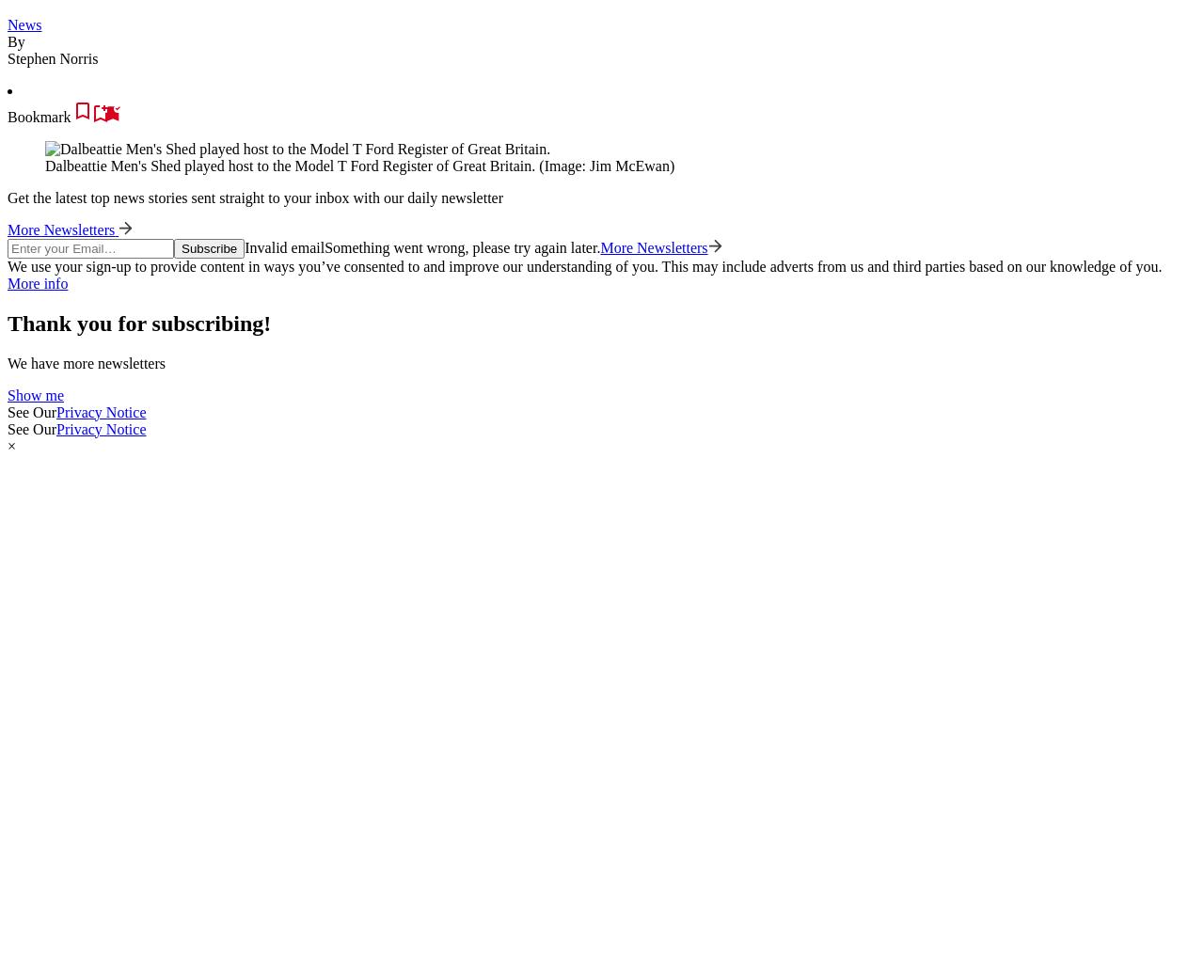 The image size is (1204, 980). Describe the element at coordinates (243, 246) in the screenshot. I see `'Invalid email'` at that location.